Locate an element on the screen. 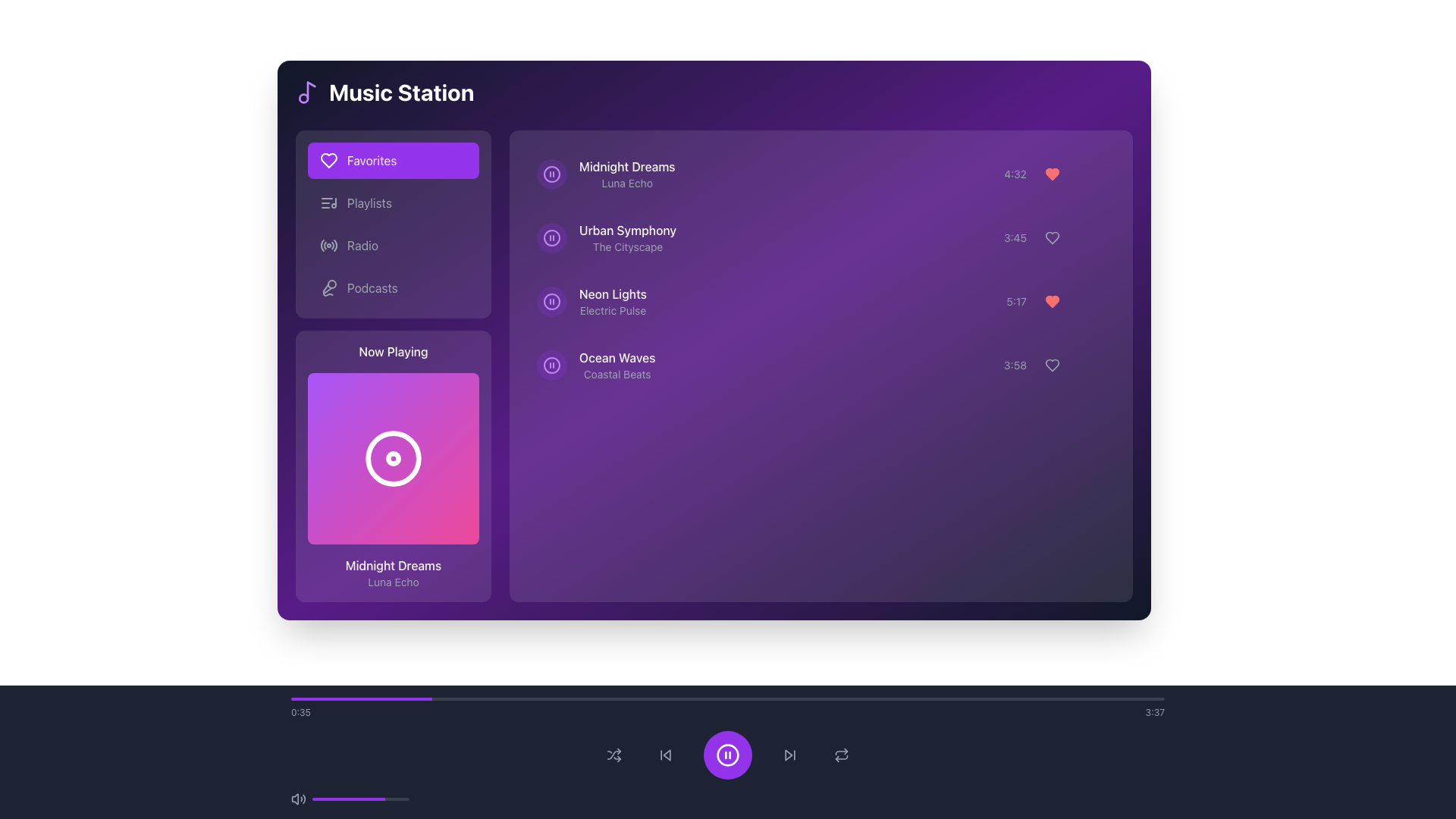 The width and height of the screenshot is (1456, 819). the small circular button with a purple background and a pause symbol located to the left of the 'Neon Lights' title in the third row of the playlist is located at coordinates (551, 301).